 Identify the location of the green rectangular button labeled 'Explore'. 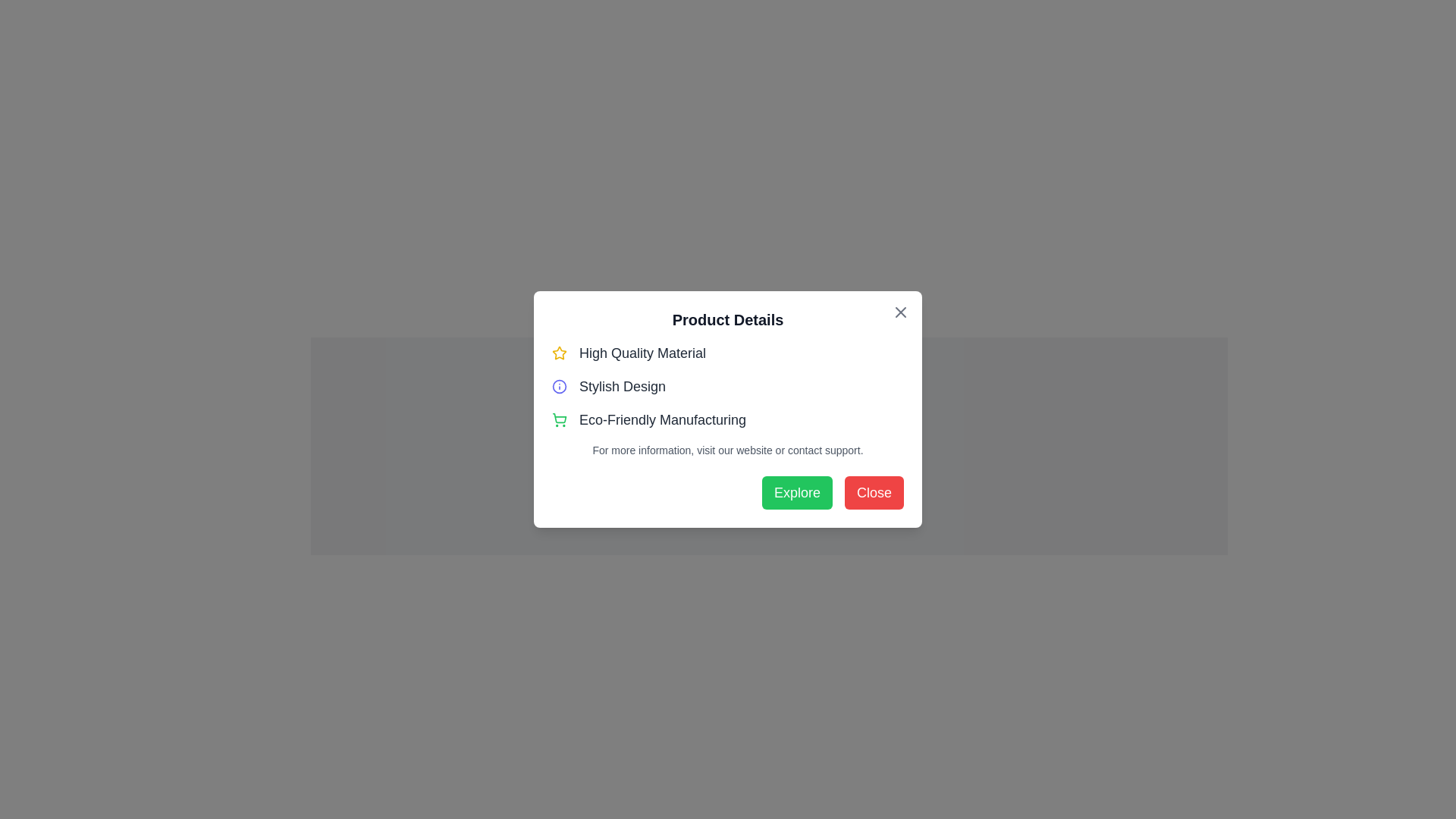
(796, 493).